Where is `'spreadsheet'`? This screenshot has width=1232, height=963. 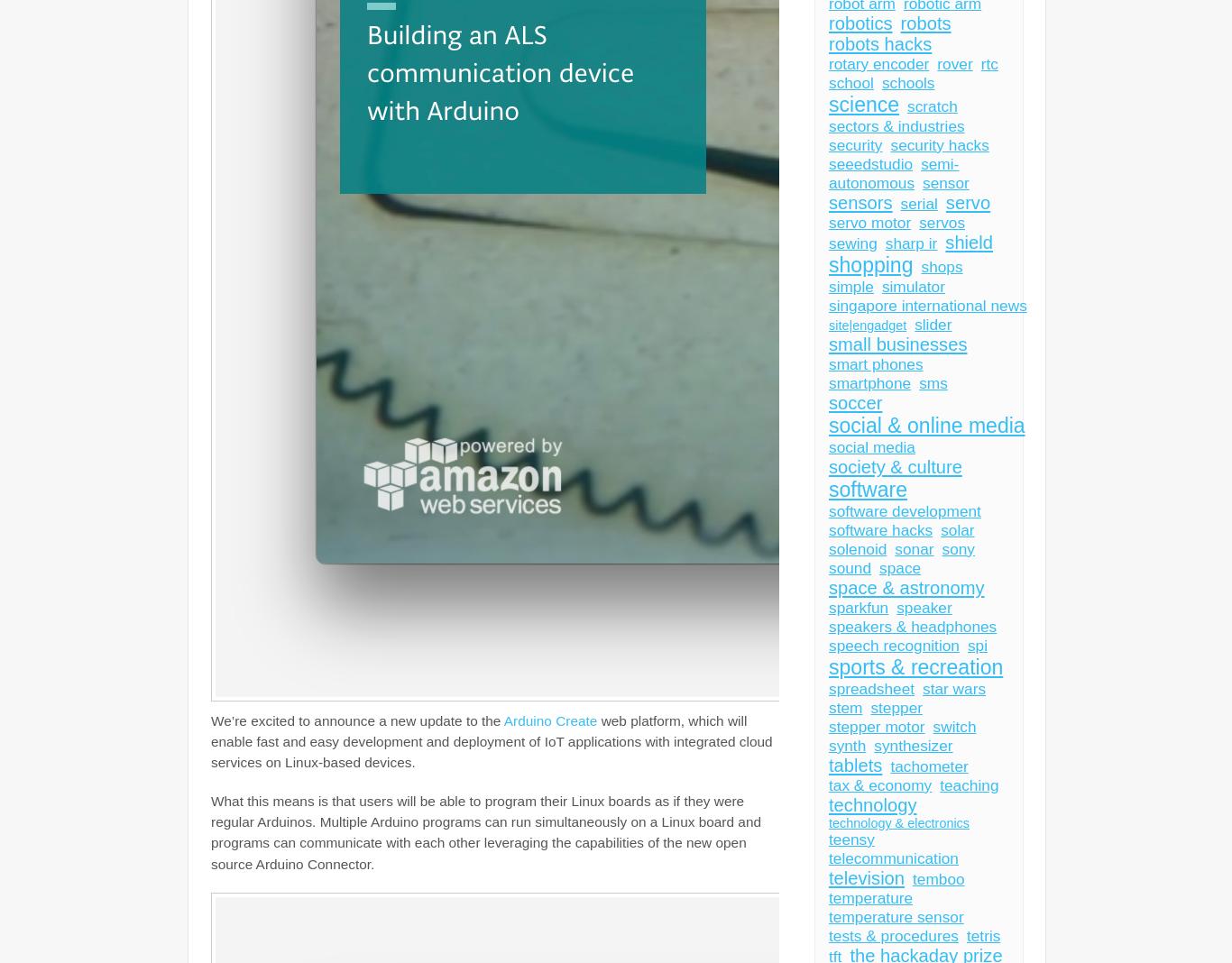 'spreadsheet' is located at coordinates (871, 689).